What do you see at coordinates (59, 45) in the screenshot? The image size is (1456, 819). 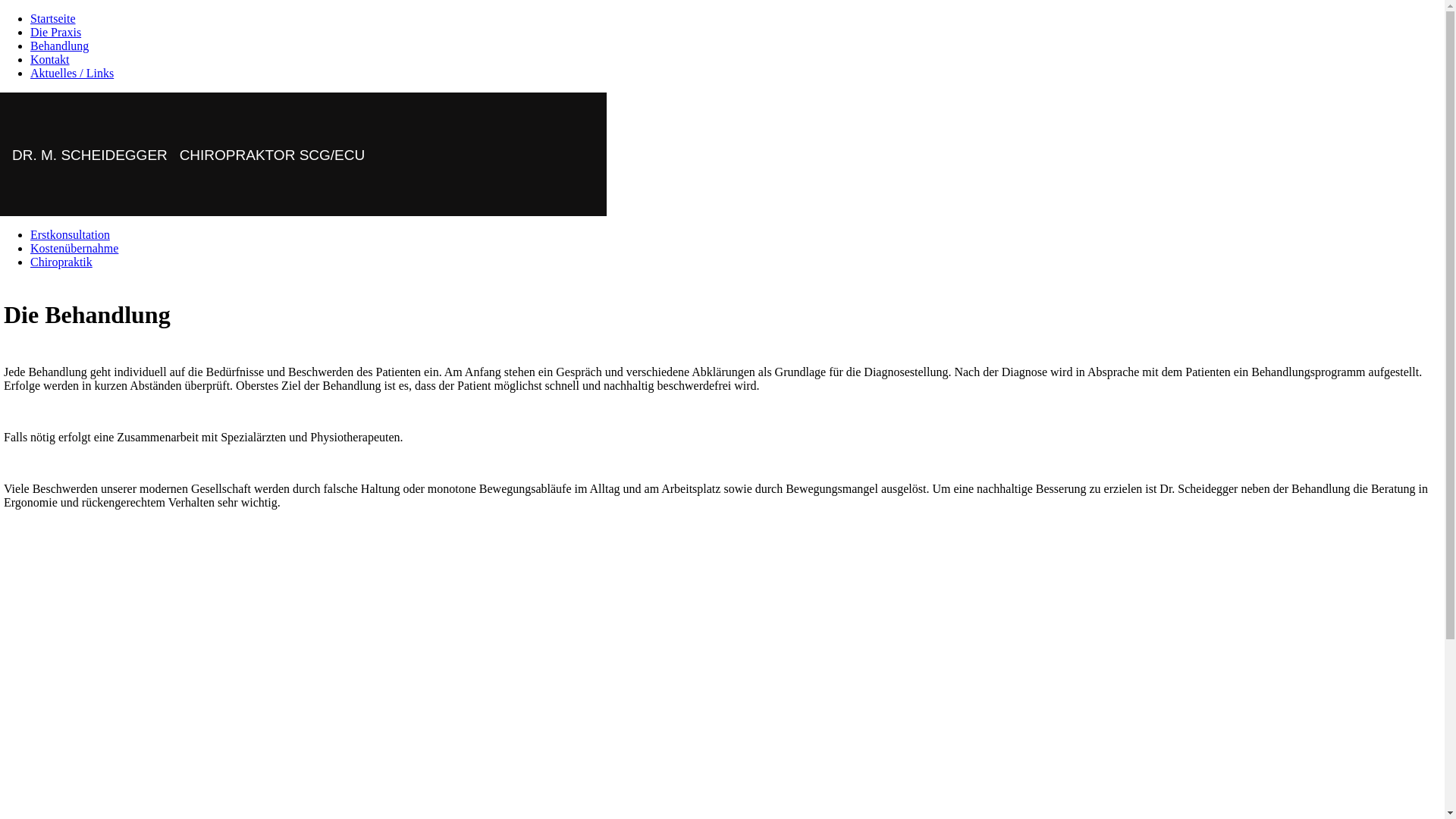 I see `'Behandlung'` at bounding box center [59, 45].